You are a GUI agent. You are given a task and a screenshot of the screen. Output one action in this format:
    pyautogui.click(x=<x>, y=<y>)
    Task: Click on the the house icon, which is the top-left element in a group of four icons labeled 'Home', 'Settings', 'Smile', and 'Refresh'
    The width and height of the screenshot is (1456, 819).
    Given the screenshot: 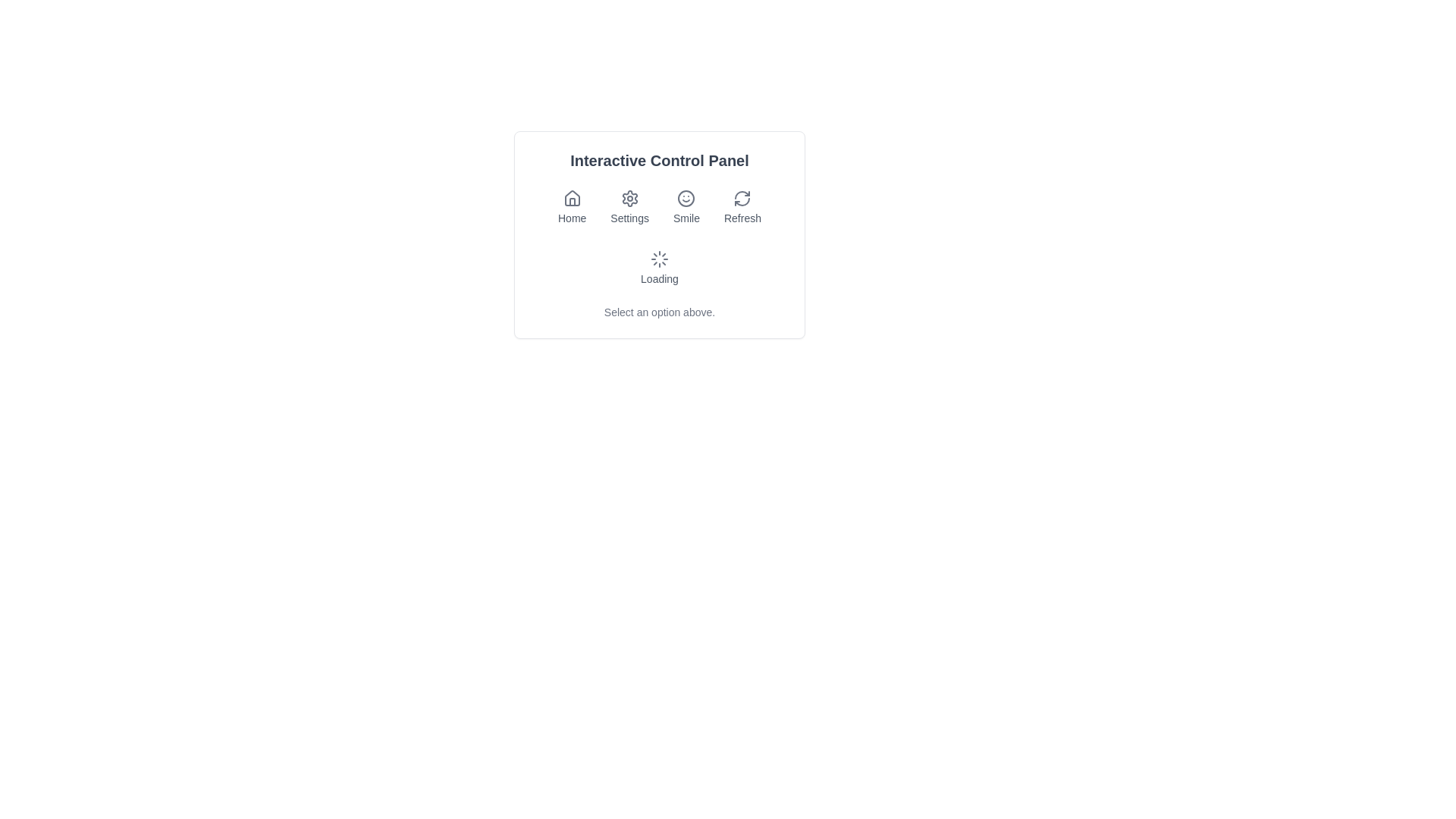 What is the action you would take?
    pyautogui.click(x=571, y=197)
    